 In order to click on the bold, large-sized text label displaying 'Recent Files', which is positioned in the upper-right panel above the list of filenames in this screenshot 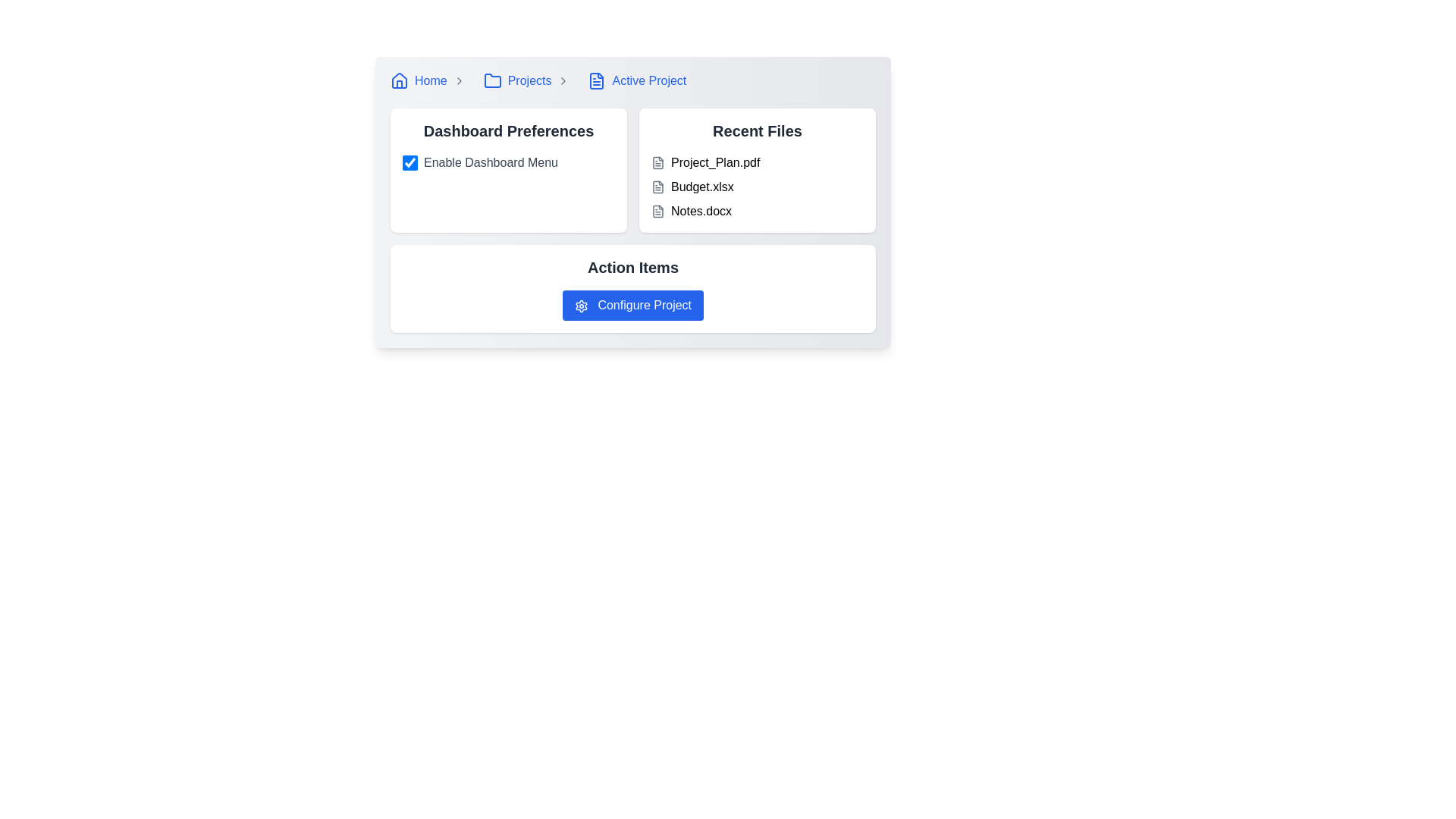, I will do `click(757, 130)`.